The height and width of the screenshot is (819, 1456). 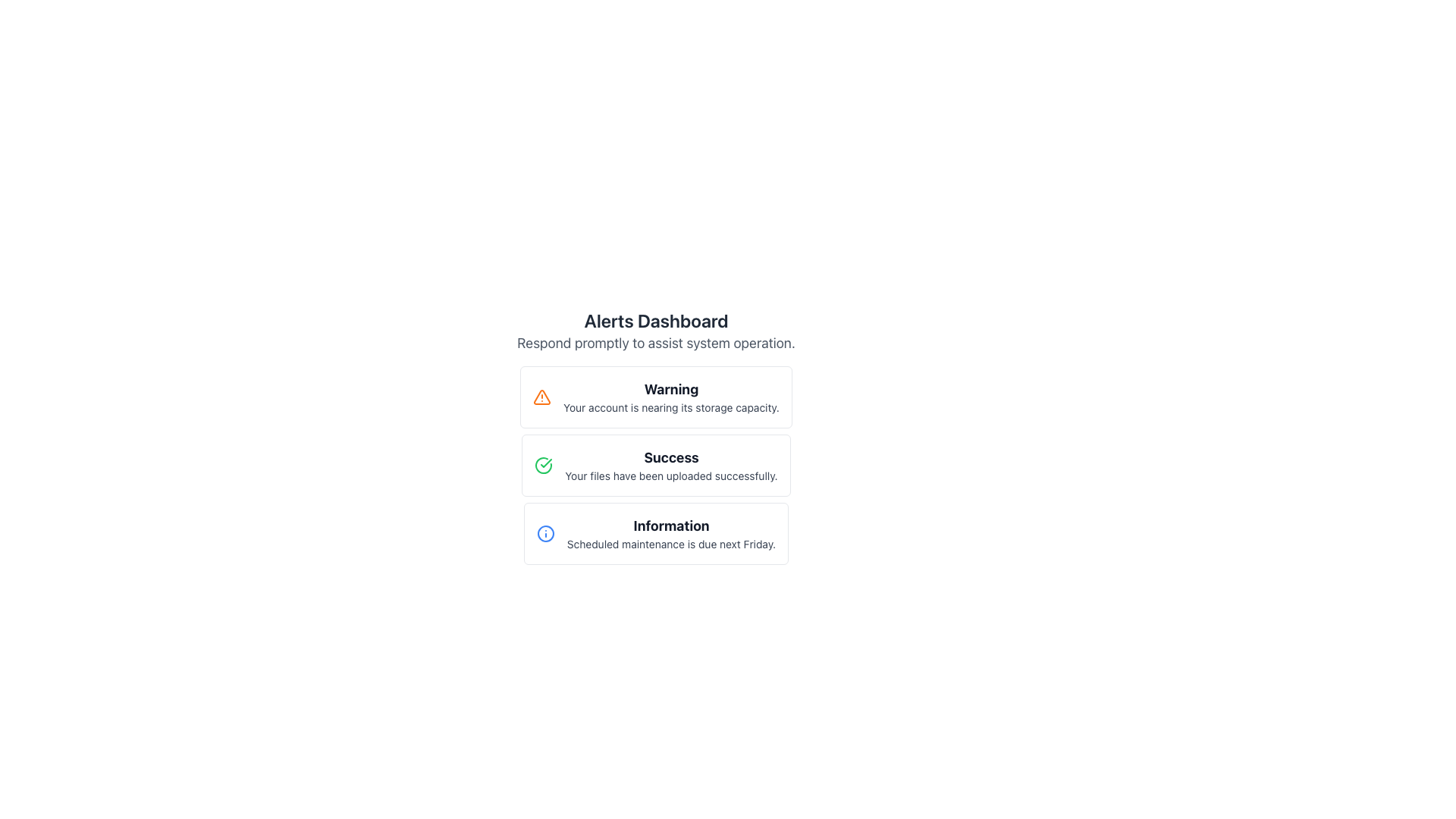 What do you see at coordinates (542, 397) in the screenshot?
I see `the alert icon that indicates a warning, located near the left side of the 'Warning' message box, aligned horizontally with the bolded 'Warning' text` at bounding box center [542, 397].